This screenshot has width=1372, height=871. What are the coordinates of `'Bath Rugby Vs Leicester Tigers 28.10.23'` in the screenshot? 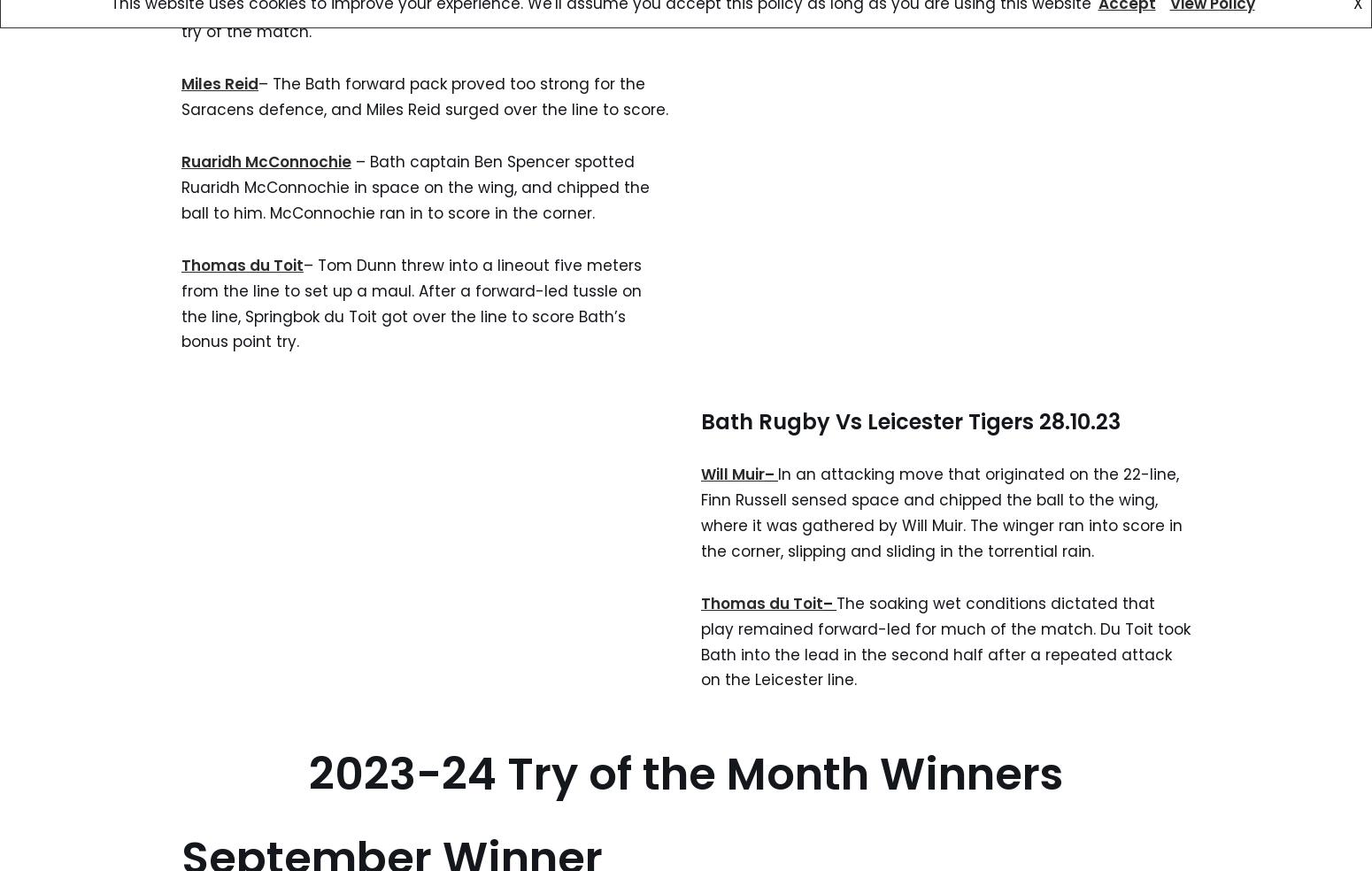 It's located at (911, 421).